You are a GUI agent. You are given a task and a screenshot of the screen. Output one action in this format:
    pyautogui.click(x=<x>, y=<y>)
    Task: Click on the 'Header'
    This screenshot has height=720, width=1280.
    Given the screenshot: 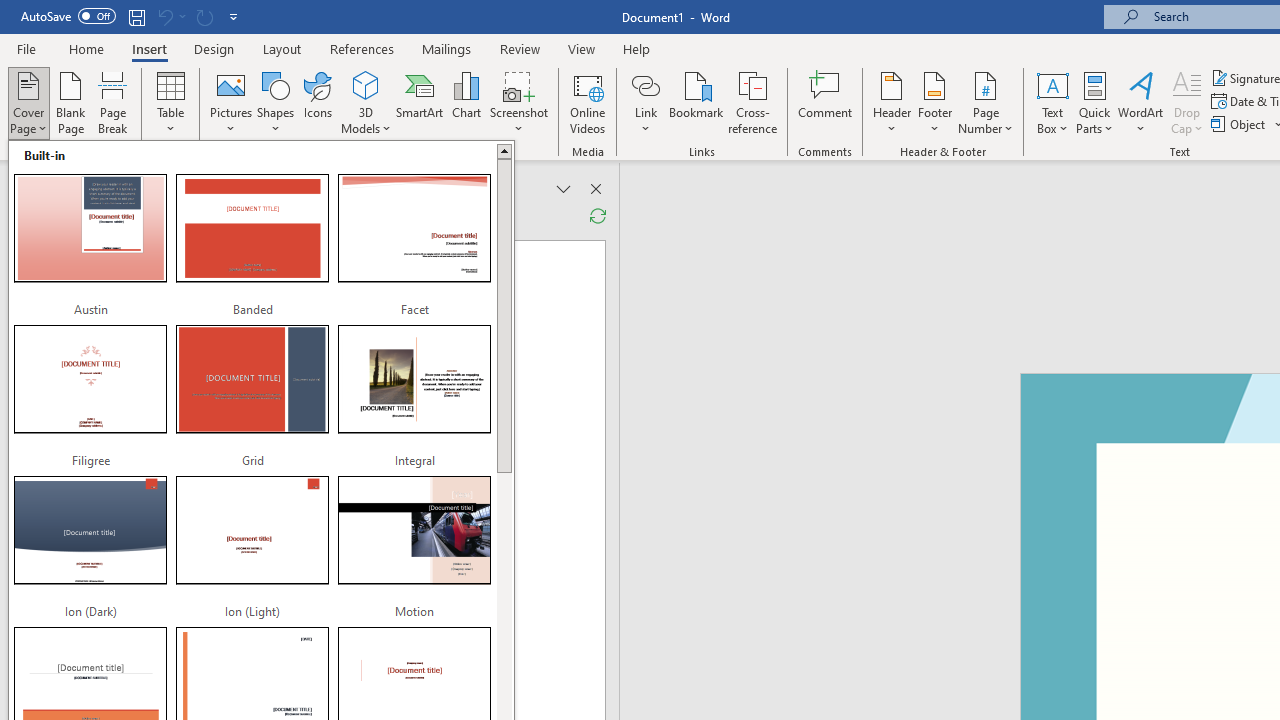 What is the action you would take?
    pyautogui.click(x=891, y=103)
    